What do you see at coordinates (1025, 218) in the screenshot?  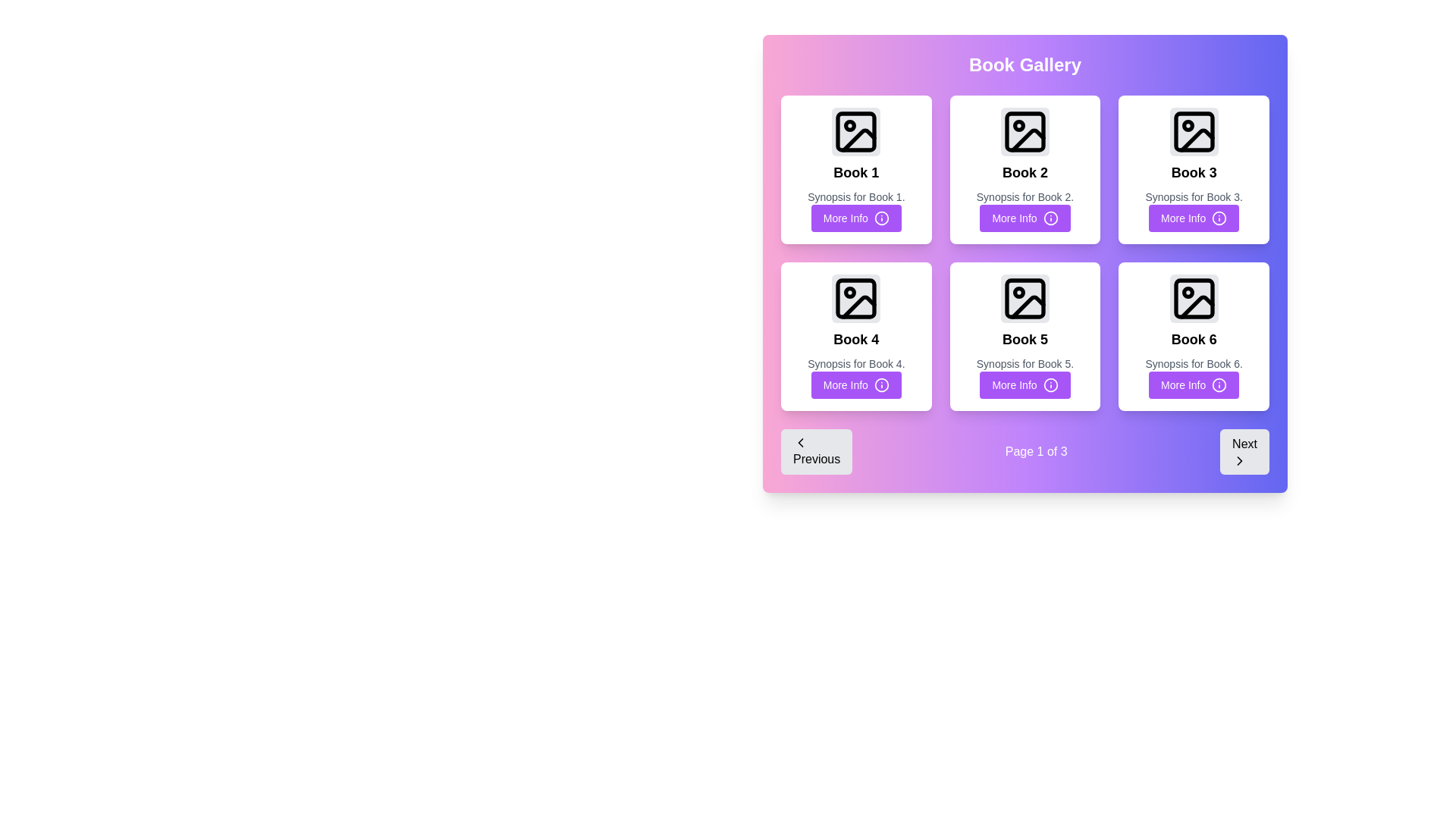 I see `the 'More Info' button with white text on a purple background located in the middle card of the top row in the 'Book Gallery' section` at bounding box center [1025, 218].